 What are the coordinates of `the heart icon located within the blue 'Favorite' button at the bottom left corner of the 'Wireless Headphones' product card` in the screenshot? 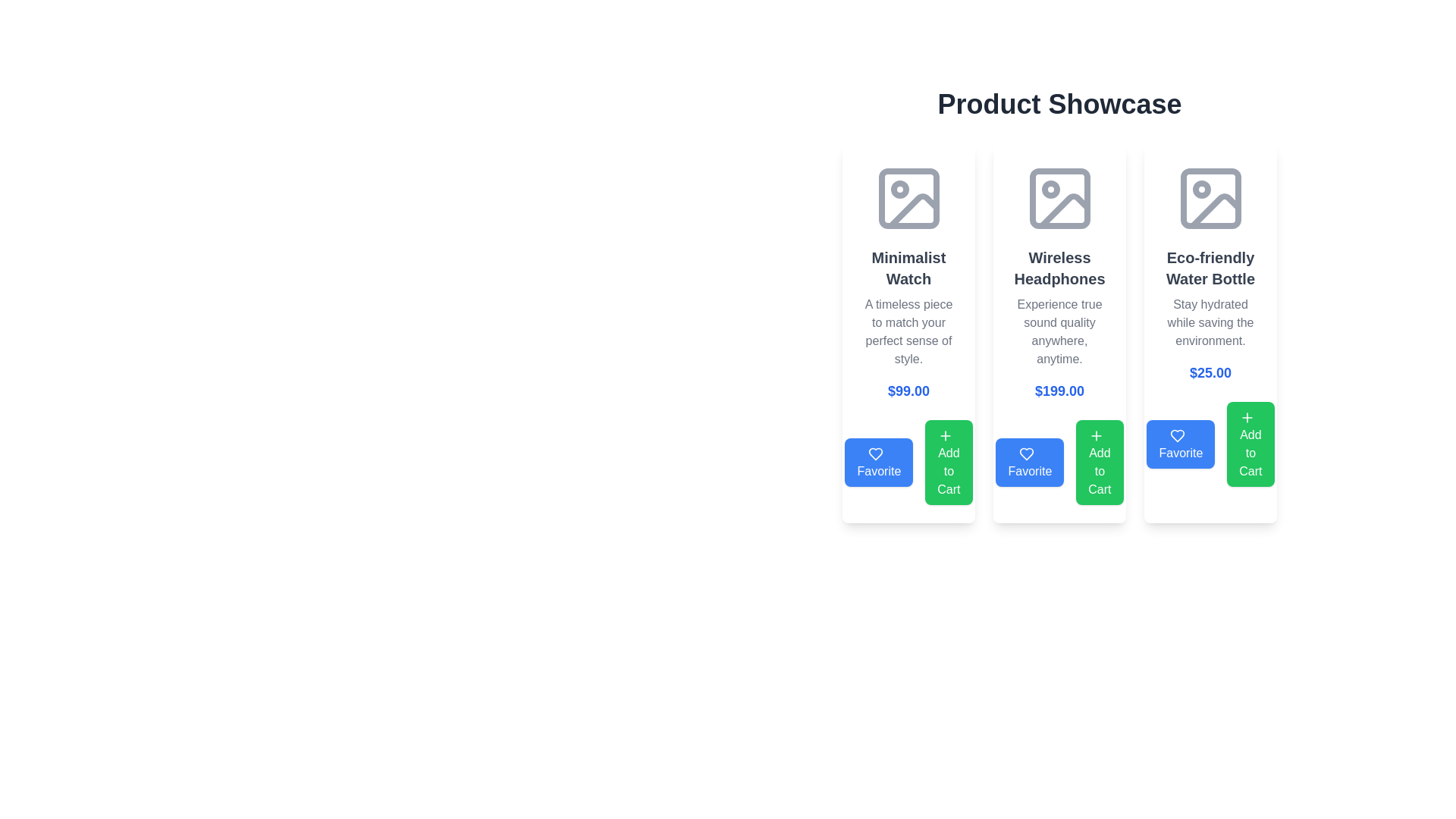 It's located at (1027, 453).